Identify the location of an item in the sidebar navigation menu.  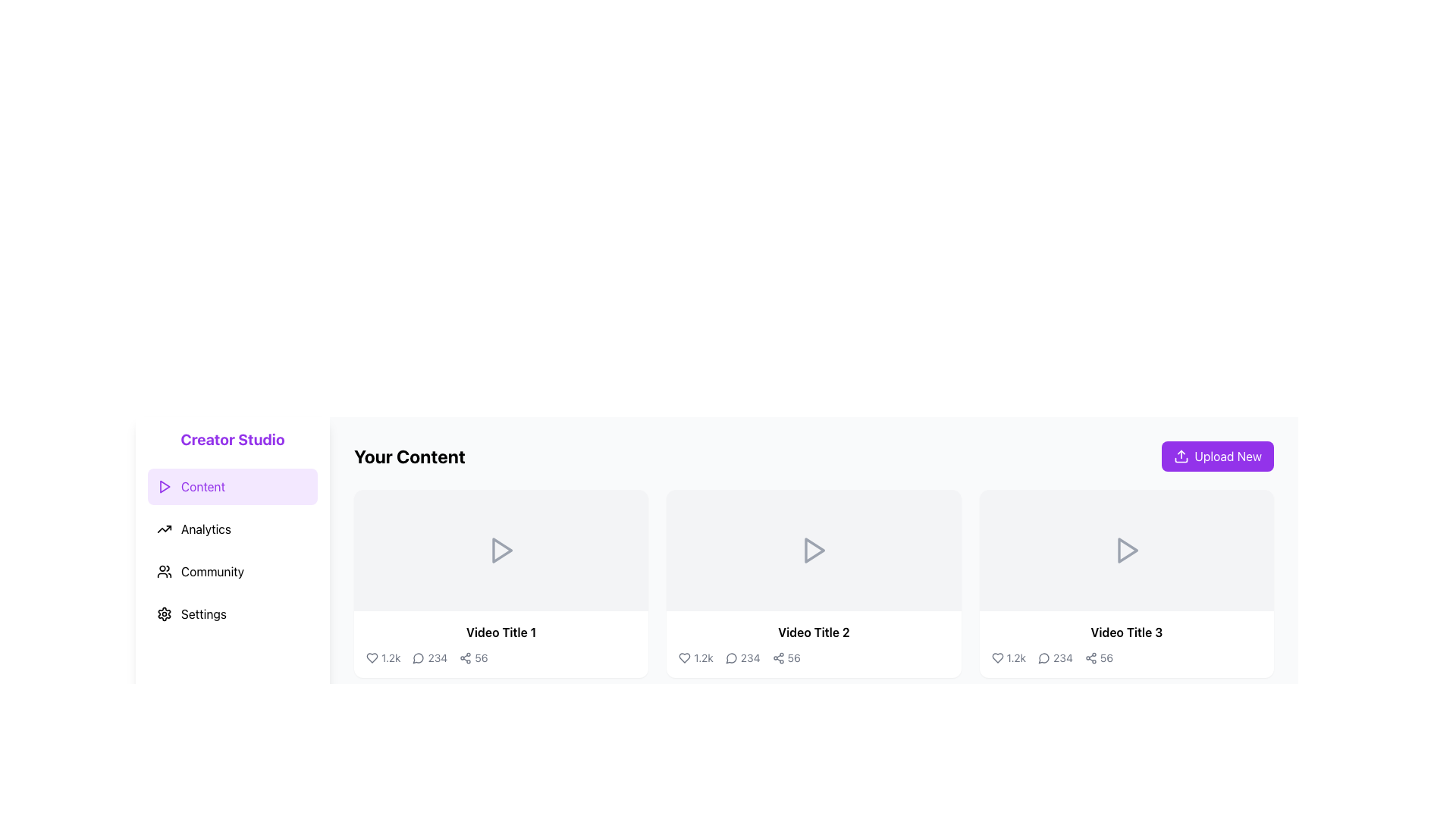
(232, 529).